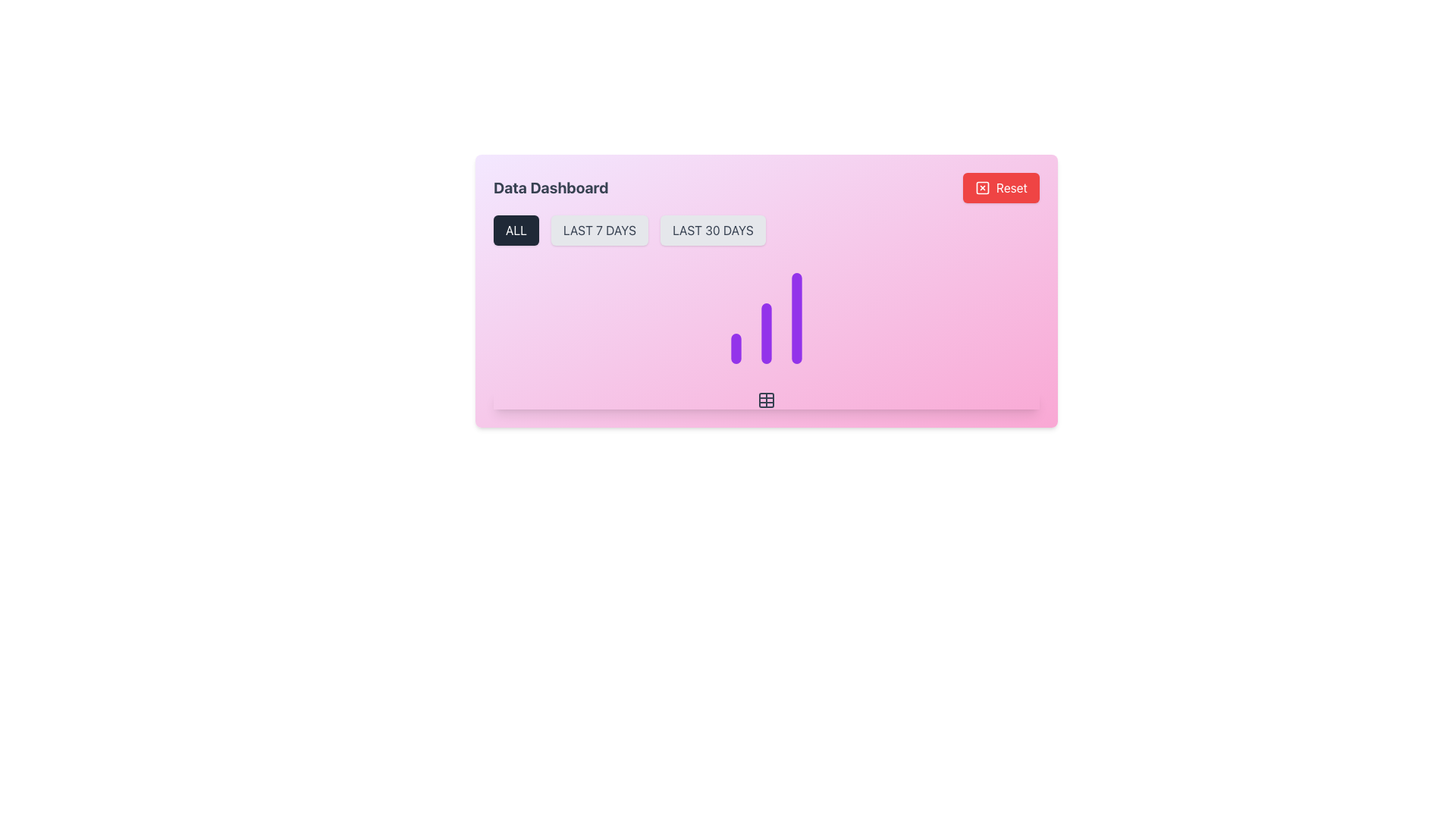  I want to click on the 'ALL' button, which is a rectangular button with white text on a dark gray background, located below the title 'Data Dashboard' in the top-left of the interface, to observe its hover effect, so click(516, 231).